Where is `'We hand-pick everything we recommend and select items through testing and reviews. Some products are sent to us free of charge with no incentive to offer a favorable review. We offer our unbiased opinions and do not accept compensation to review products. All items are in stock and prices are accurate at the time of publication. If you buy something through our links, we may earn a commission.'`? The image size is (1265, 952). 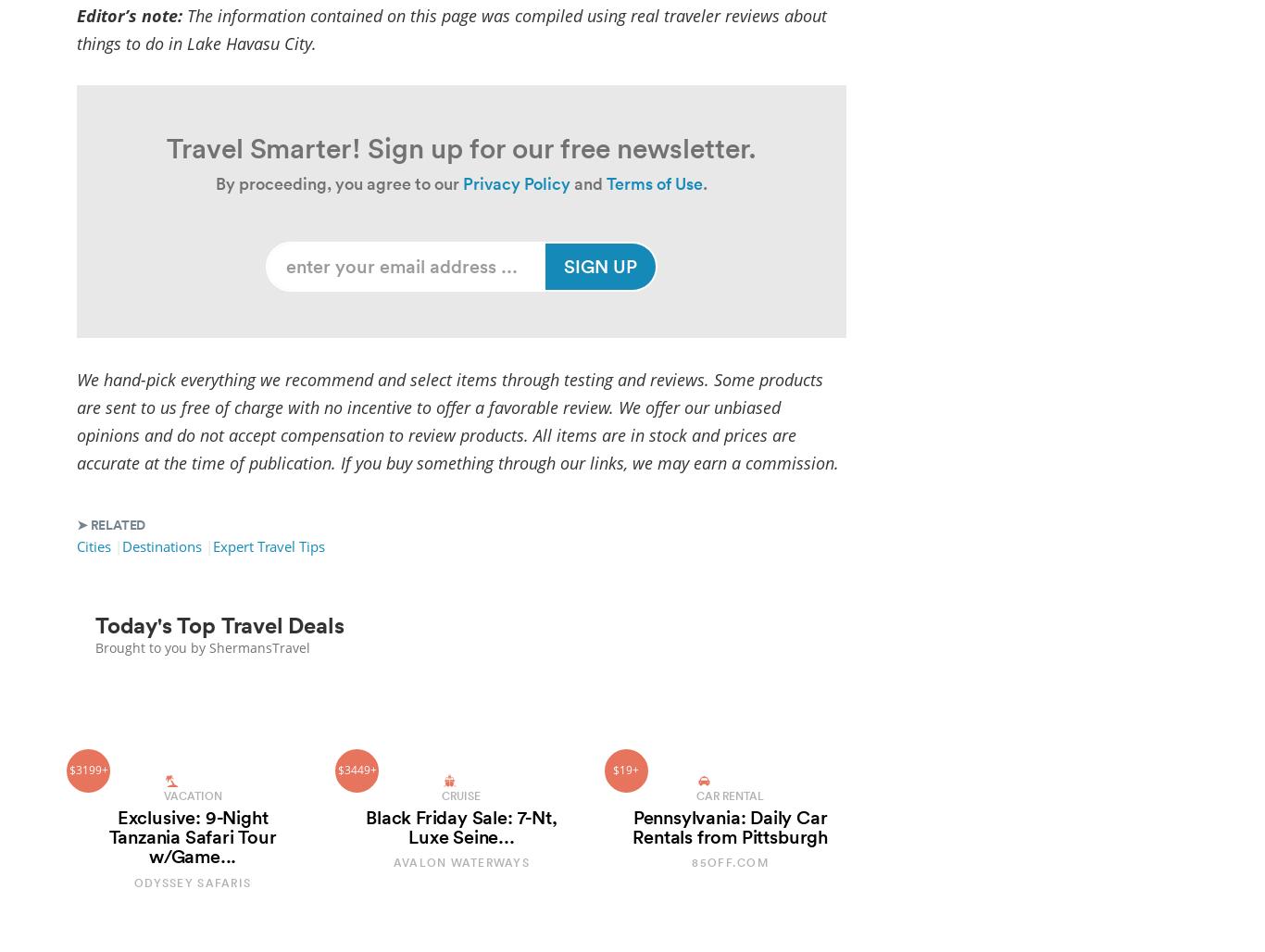
'We hand-pick everything we recommend and select items through testing and reviews. Some products are sent to us free of charge with no incentive to offer a favorable review. We offer our unbiased opinions and do not accept compensation to review products. All items are in stock and prices are accurate at the time of publication. If you buy something through our links, we may earn a commission.' is located at coordinates (457, 419).